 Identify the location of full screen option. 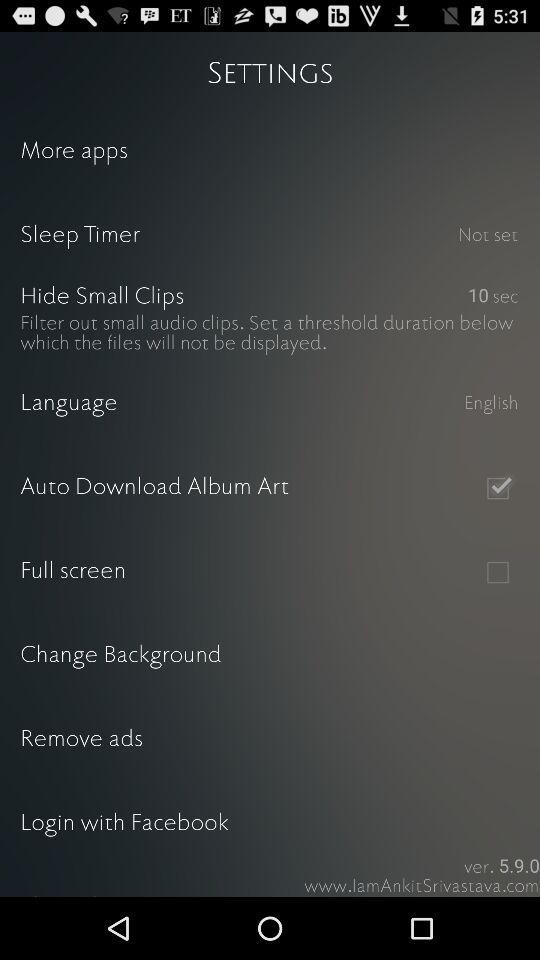
(496, 572).